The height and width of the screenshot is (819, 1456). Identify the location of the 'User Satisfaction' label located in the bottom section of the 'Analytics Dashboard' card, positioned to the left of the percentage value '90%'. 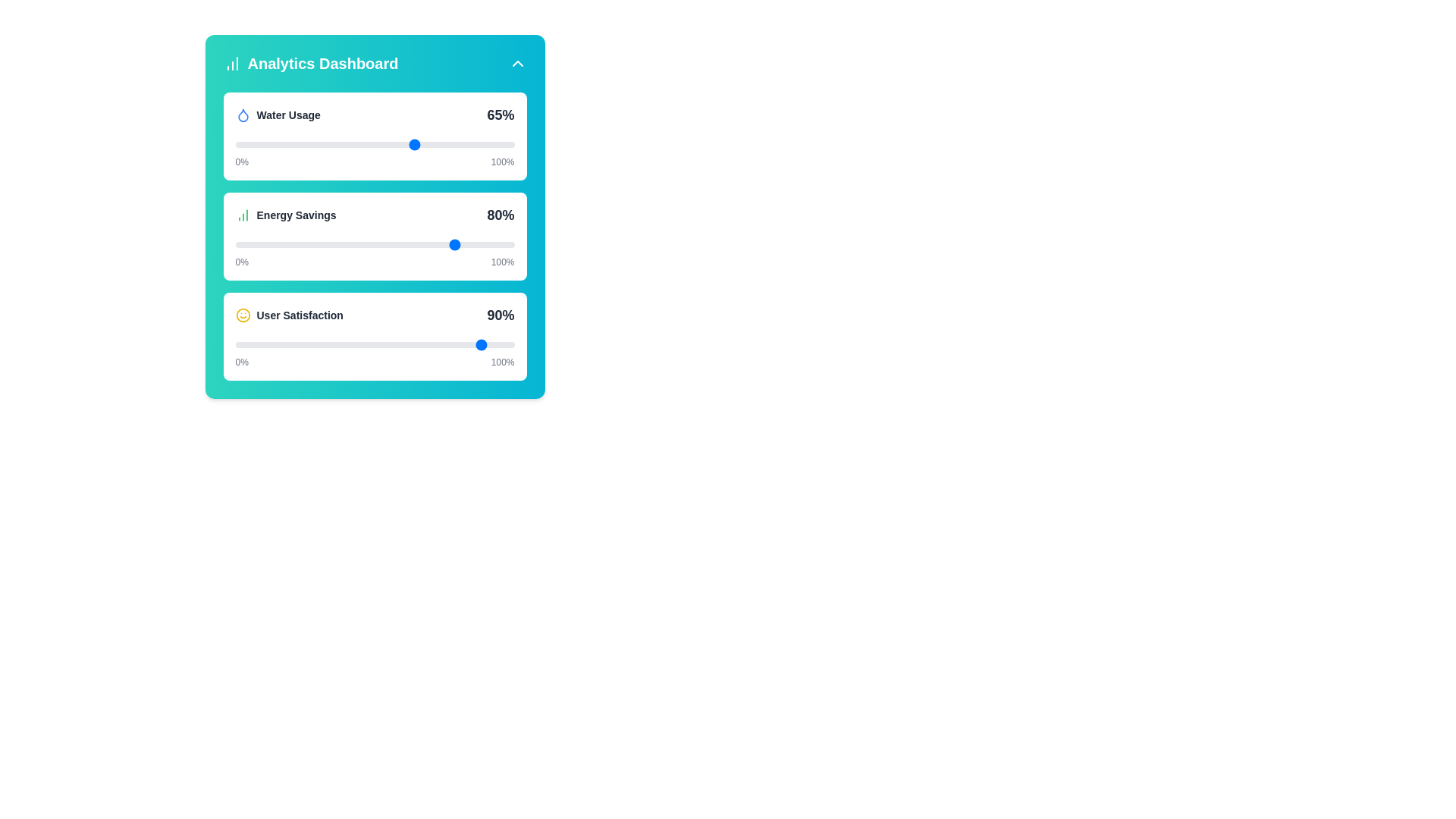
(289, 315).